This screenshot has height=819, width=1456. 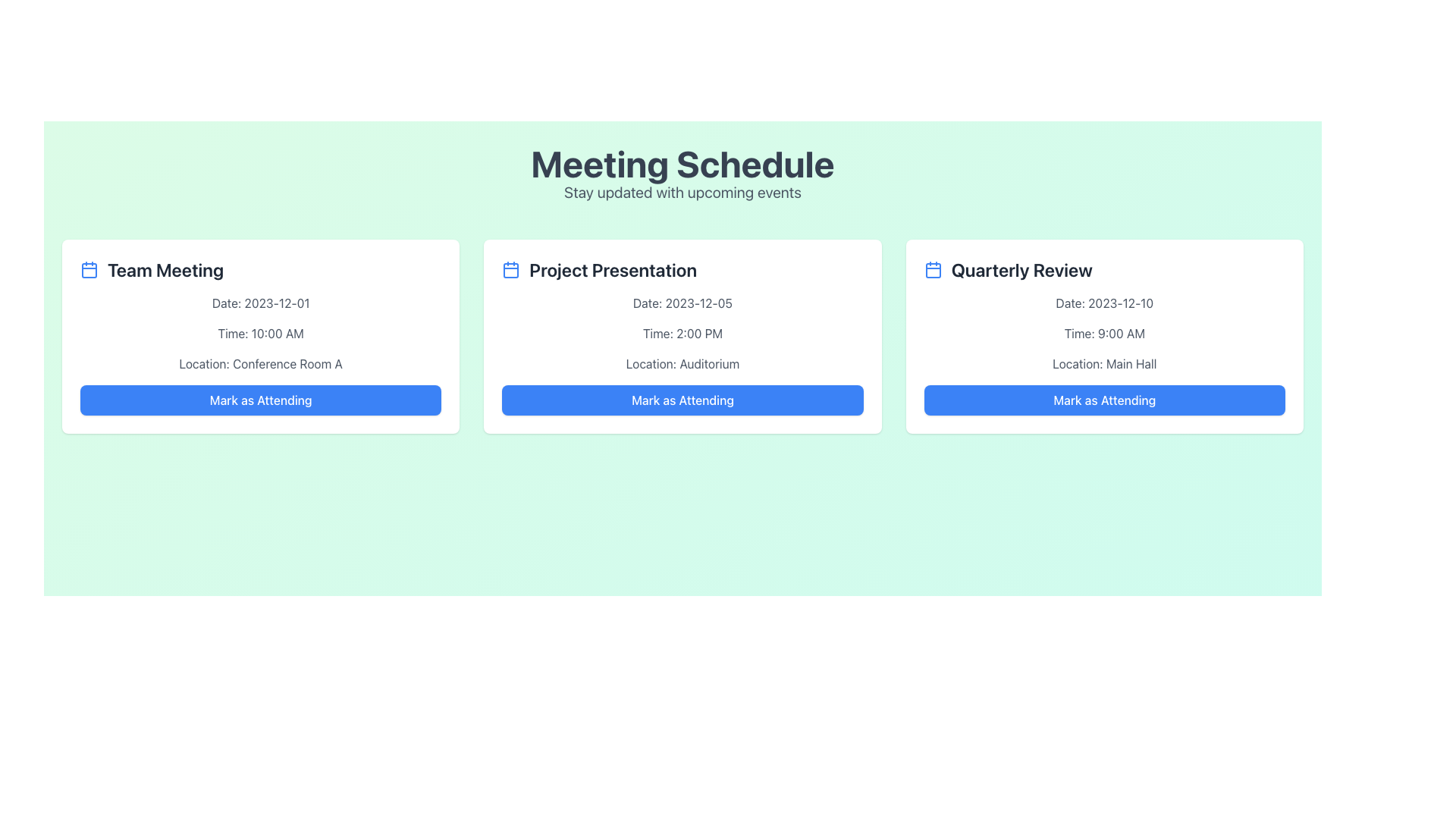 What do you see at coordinates (682, 164) in the screenshot?
I see `the 'Meeting Schedule' heading displayed in bold, dark gray text at the top of the interface, centered in the light green header area` at bounding box center [682, 164].